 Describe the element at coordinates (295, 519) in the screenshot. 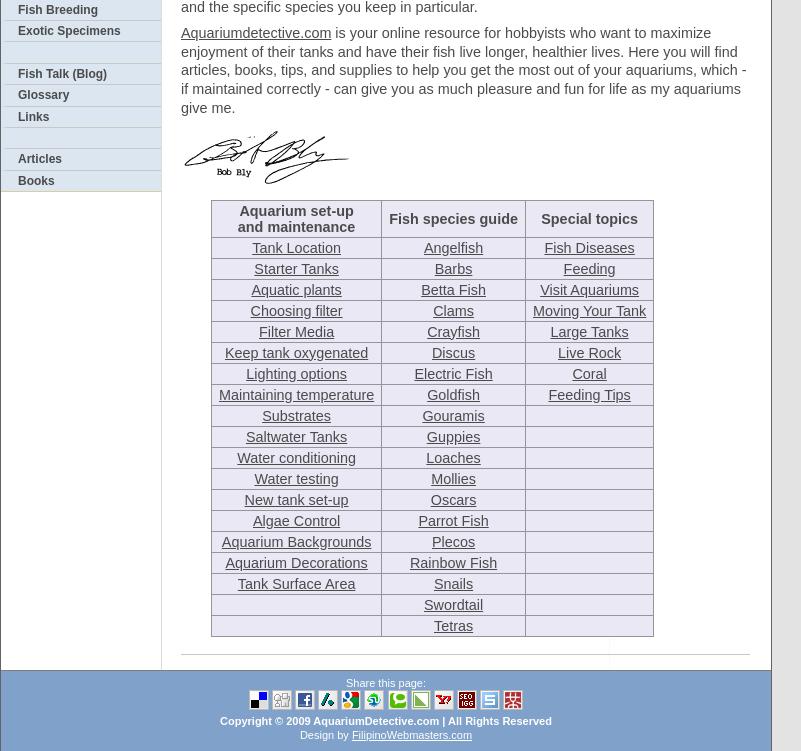

I see `'Algae Control'` at that location.